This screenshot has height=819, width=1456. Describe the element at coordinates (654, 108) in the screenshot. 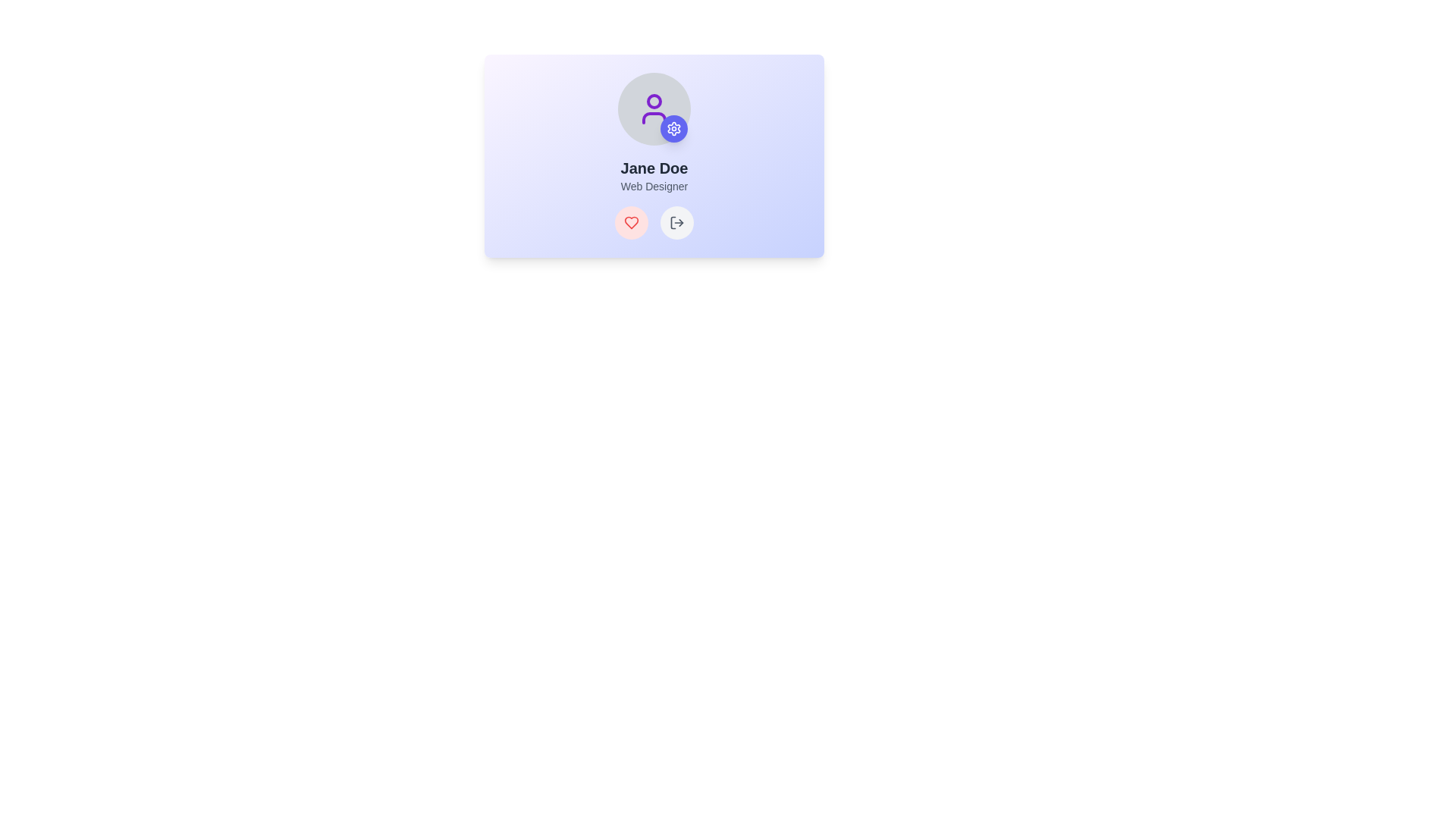

I see `the gear icon badge on the user profile graphic located at the top center of the card, just above the 'Jane Doe' name text` at that location.